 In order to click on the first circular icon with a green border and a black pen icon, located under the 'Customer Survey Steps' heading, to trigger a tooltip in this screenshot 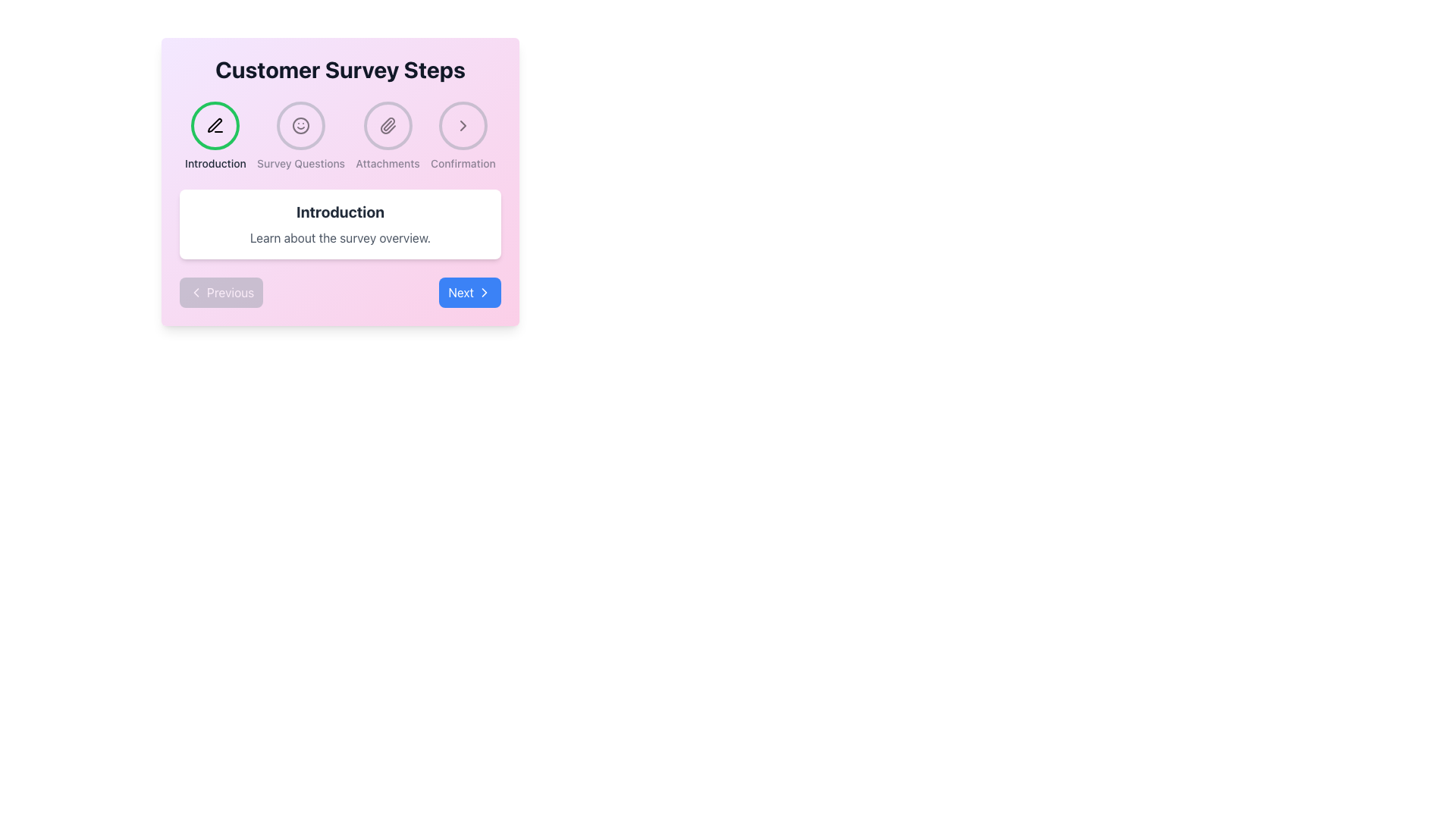, I will do `click(215, 124)`.